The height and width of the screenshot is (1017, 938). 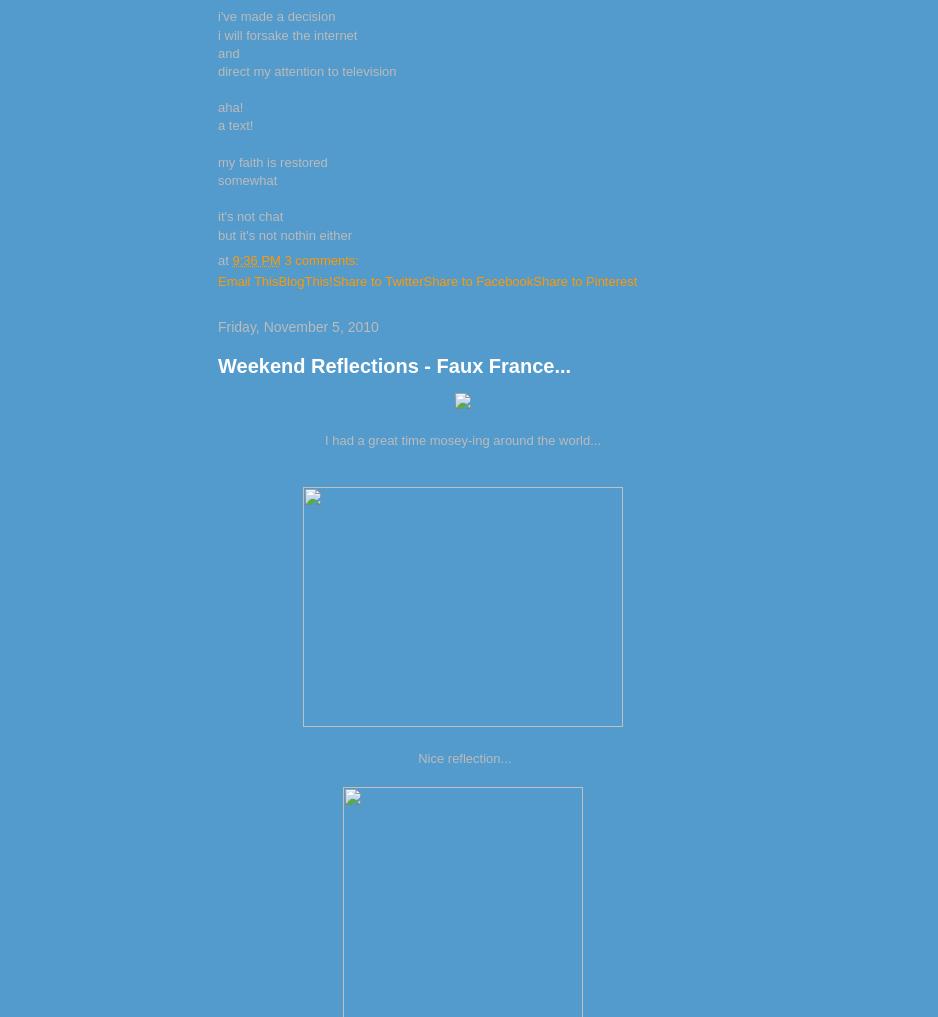 I want to click on 'Email This', so click(x=247, y=280).